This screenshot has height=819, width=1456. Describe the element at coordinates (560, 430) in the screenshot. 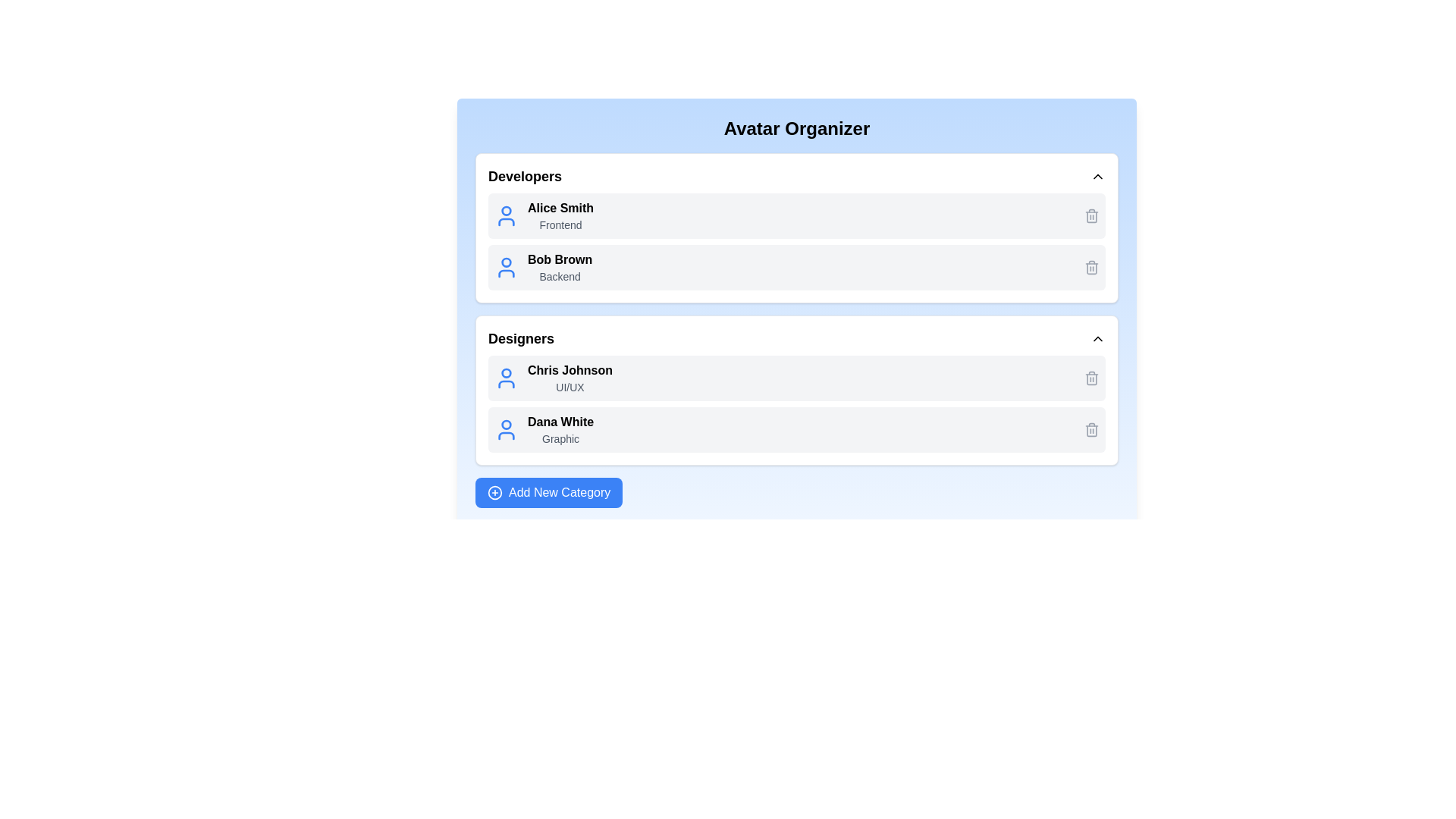

I see `the text display component that shows the name 'Dana White' and the job role 'Graphic', located in the 'Designers' group as the last entry, to the right of a user icon` at that location.